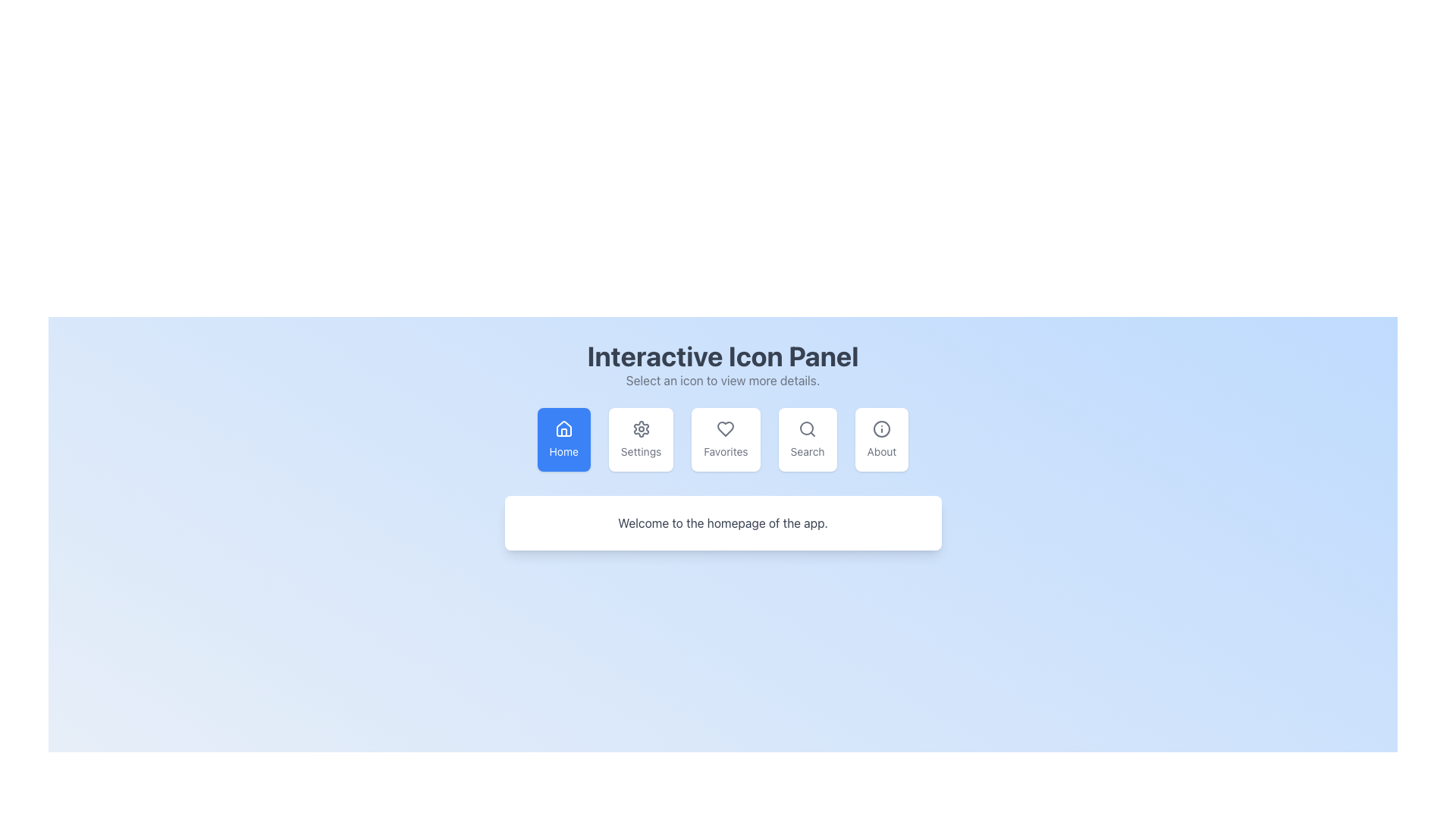 The height and width of the screenshot is (819, 1456). I want to click on the settings button, which is the second button in a horizontal row of five buttons, located between the 'Home' button and the 'Favorites' button, to observe the hover effects, so click(641, 439).